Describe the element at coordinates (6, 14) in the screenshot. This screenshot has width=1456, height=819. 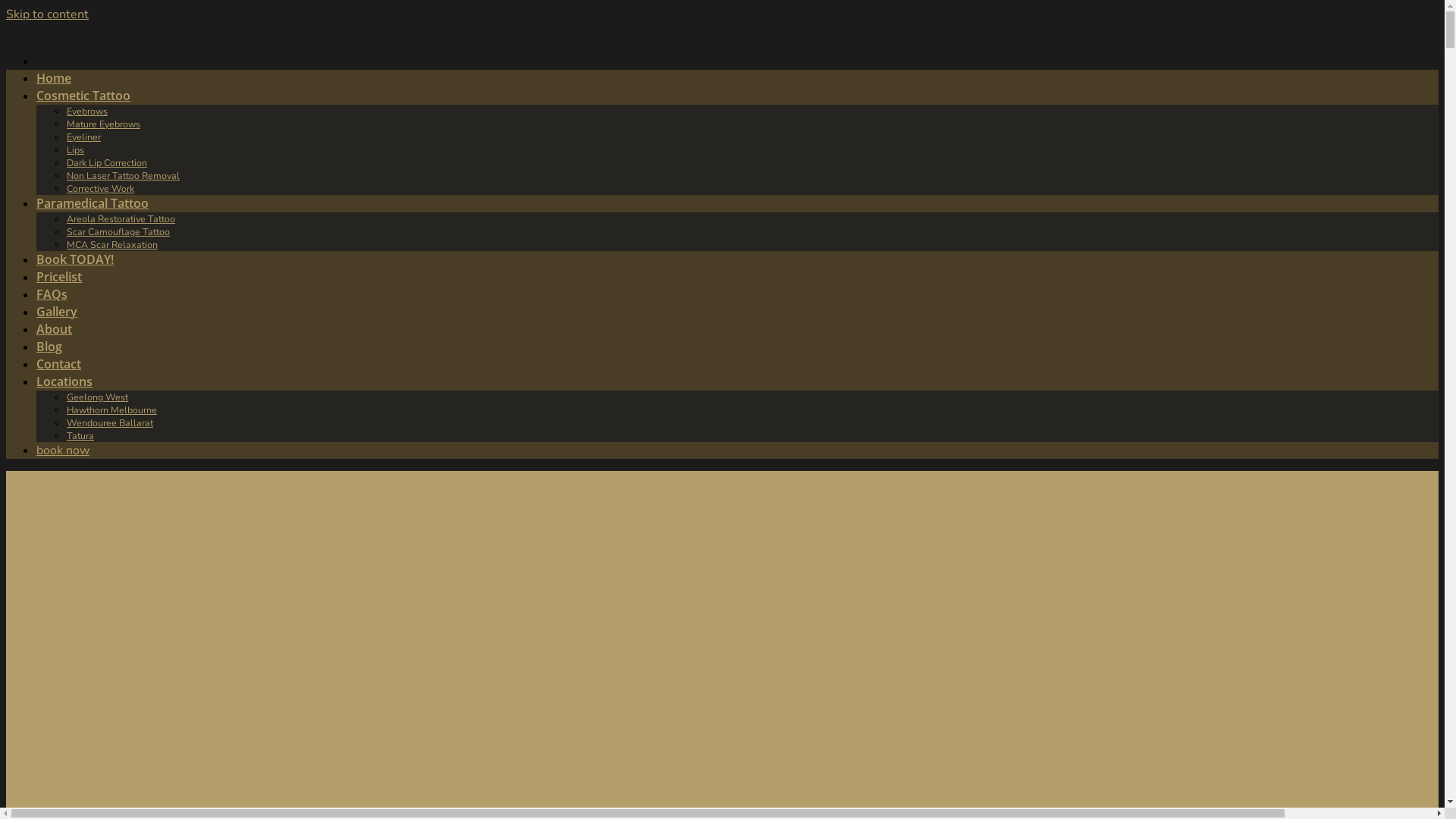
I see `'Skip to content'` at that location.